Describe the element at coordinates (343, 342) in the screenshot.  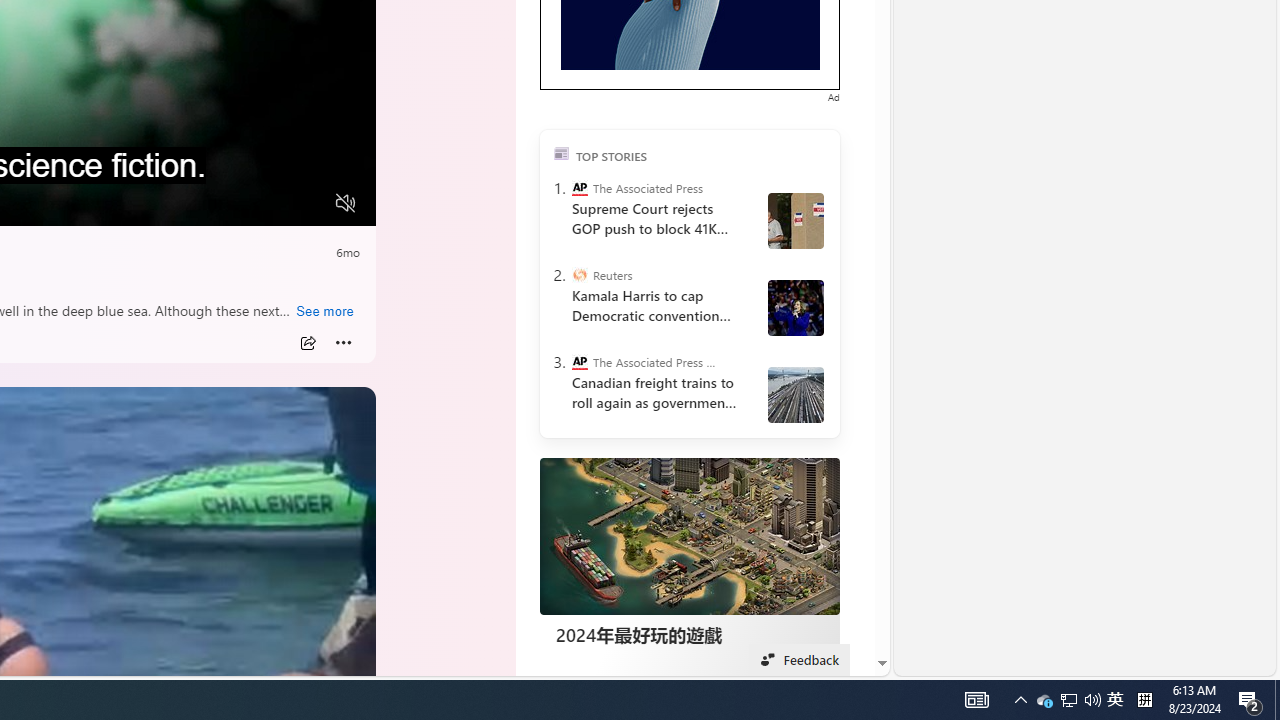
I see `'Class: at-item inline-watch'` at that location.